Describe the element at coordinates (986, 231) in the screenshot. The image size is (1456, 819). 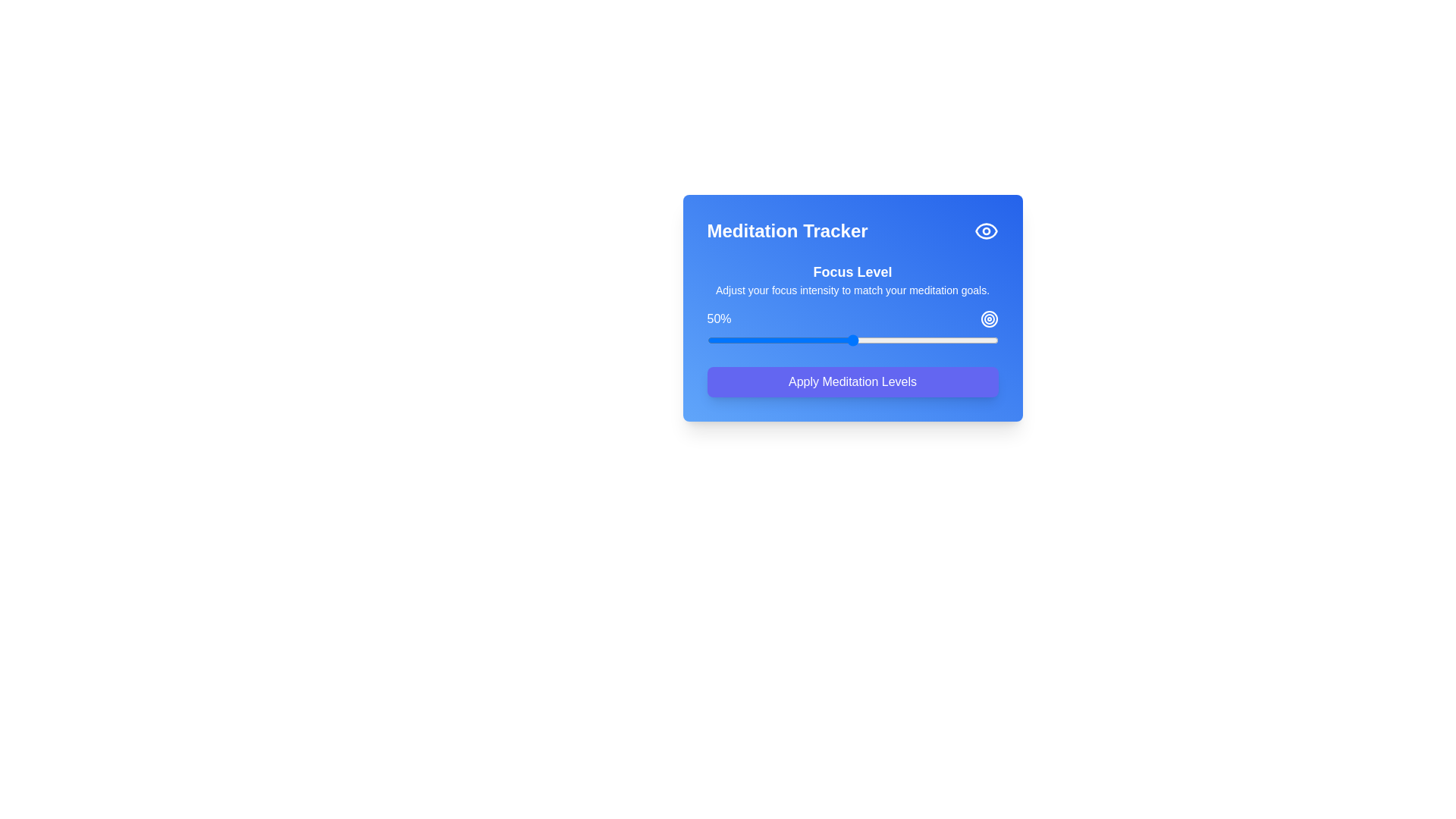
I see `the elliptical arc of the eye icon located in the top-right corner of the 'Meditation Tracker' card's blue header` at that location.